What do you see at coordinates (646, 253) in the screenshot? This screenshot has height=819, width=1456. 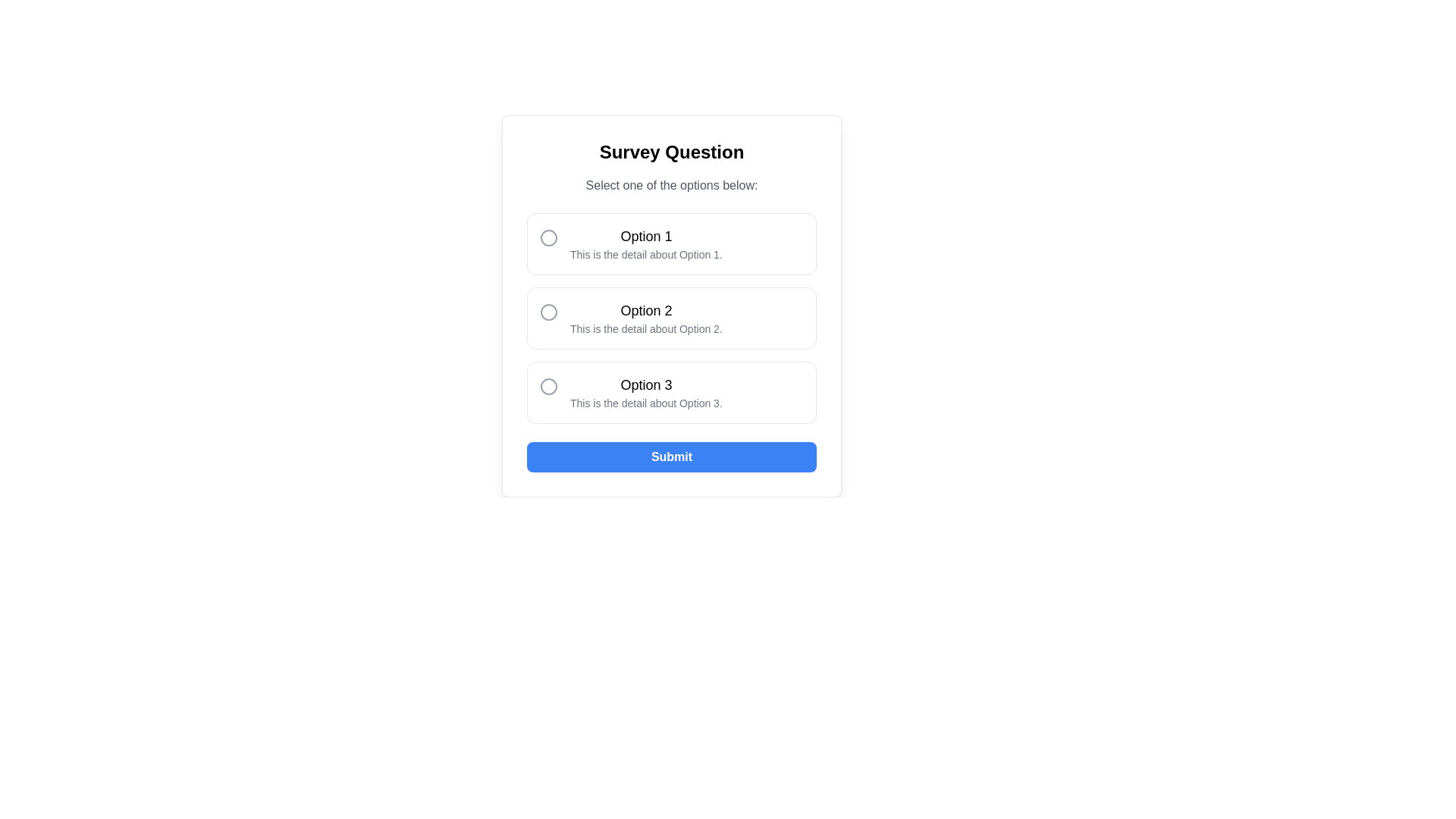 I see `the descriptive text label providing additional details about 'Option 1', located in the first rectangular card under the larger text 'Option 1'` at bounding box center [646, 253].